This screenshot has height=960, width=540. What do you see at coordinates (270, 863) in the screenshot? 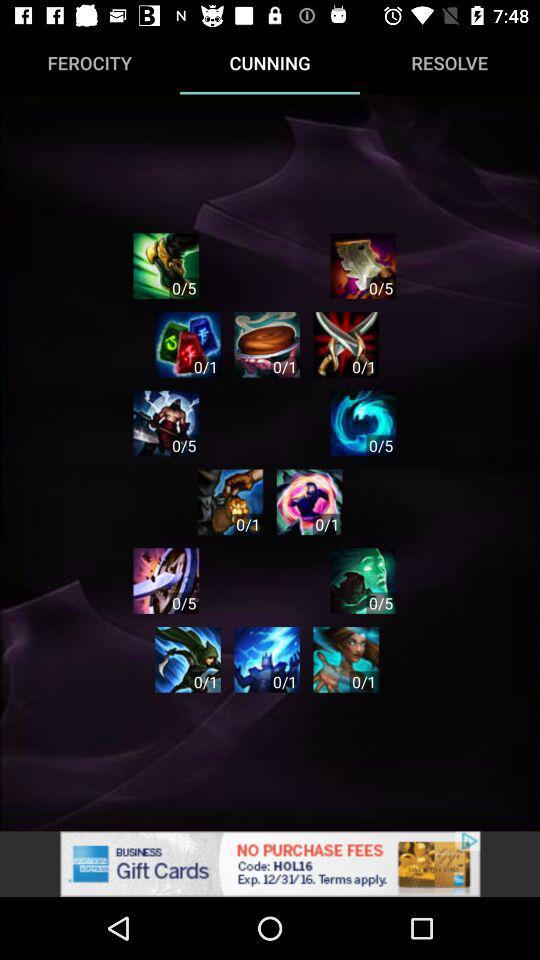
I see `the advertisement` at bounding box center [270, 863].